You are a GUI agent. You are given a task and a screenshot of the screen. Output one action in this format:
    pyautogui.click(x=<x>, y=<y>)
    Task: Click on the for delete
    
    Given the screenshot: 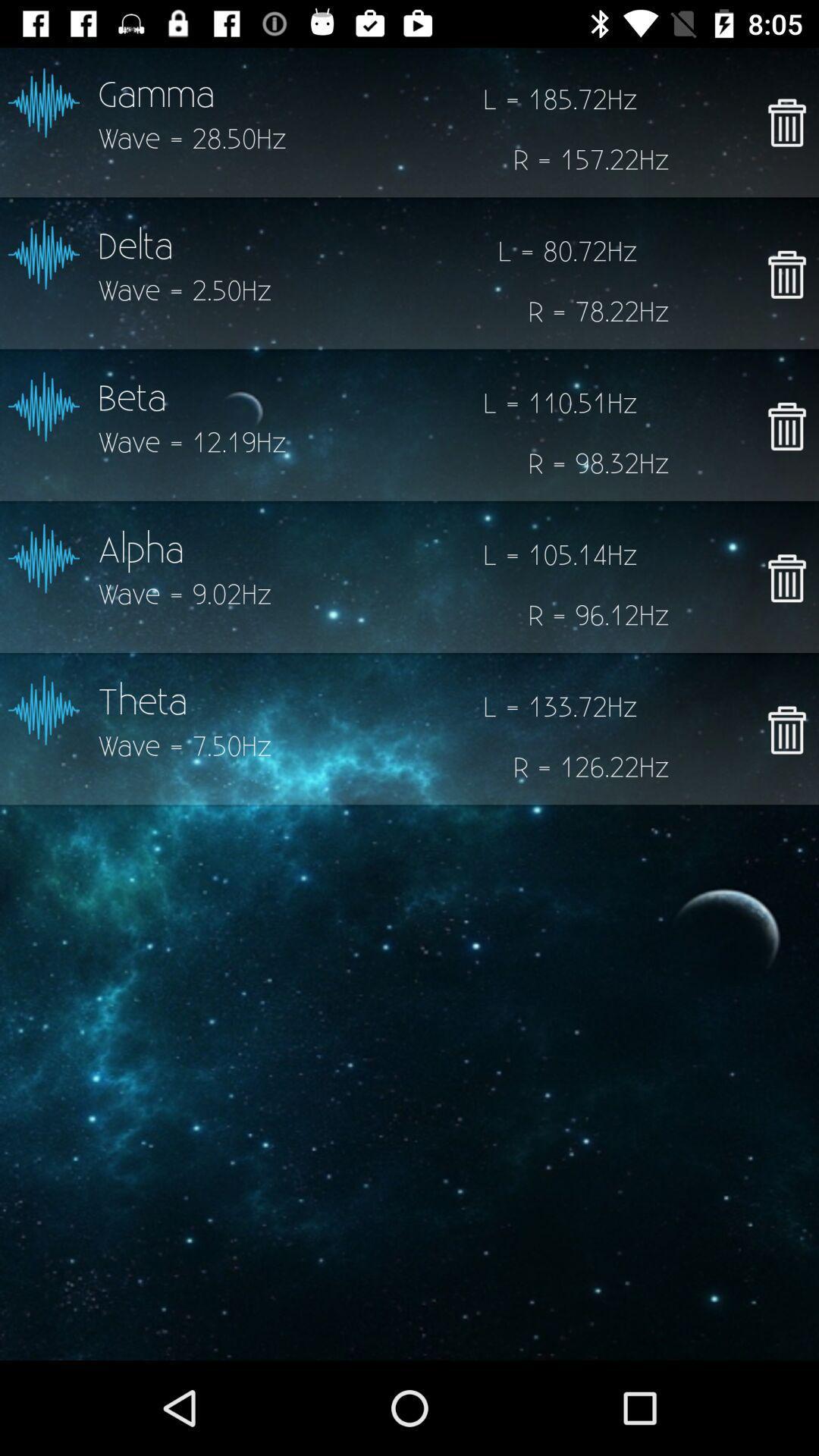 What is the action you would take?
    pyautogui.click(x=786, y=274)
    